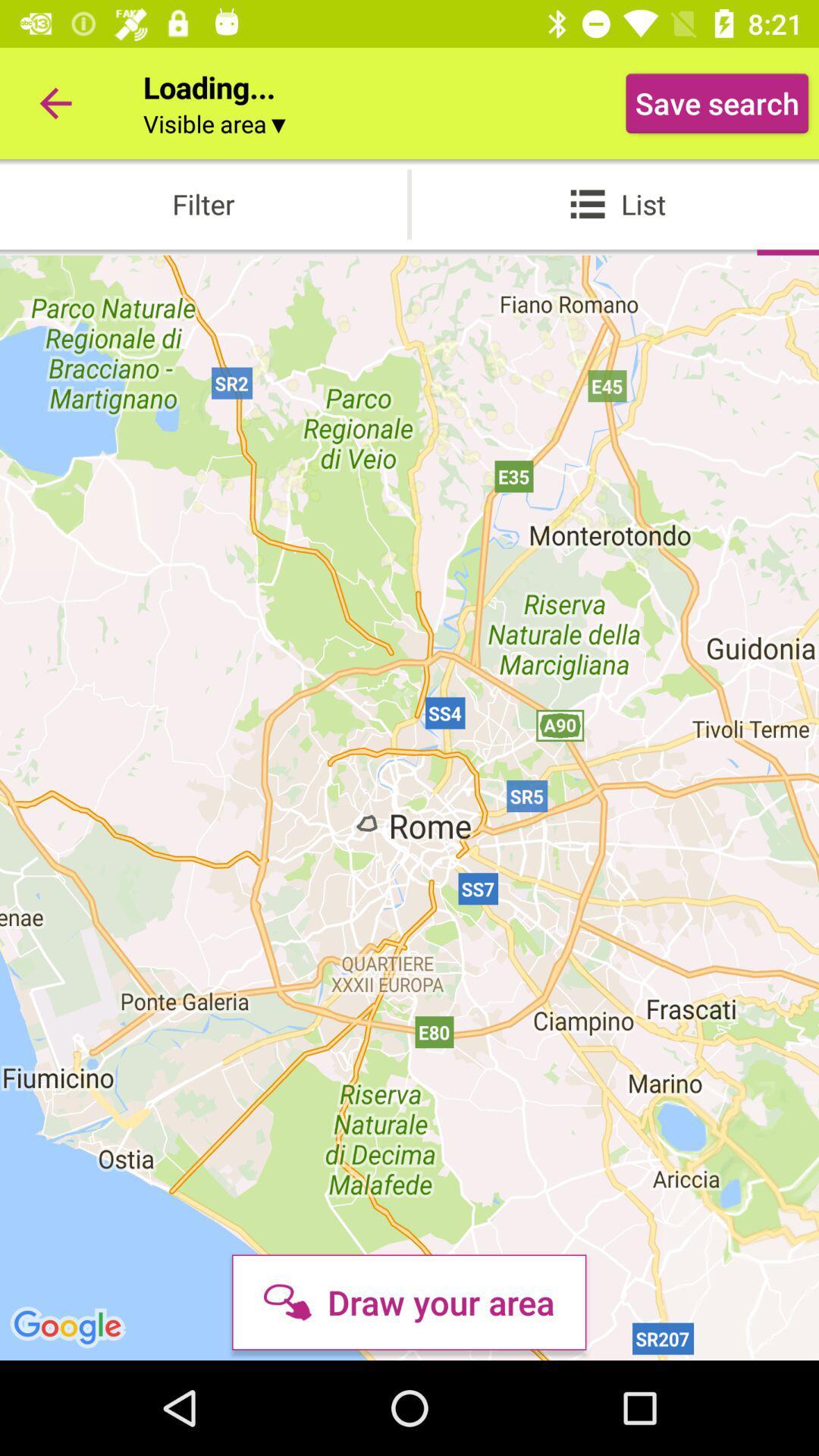 This screenshot has height=1456, width=819. I want to click on the icon to the left of loading... icon, so click(55, 102).